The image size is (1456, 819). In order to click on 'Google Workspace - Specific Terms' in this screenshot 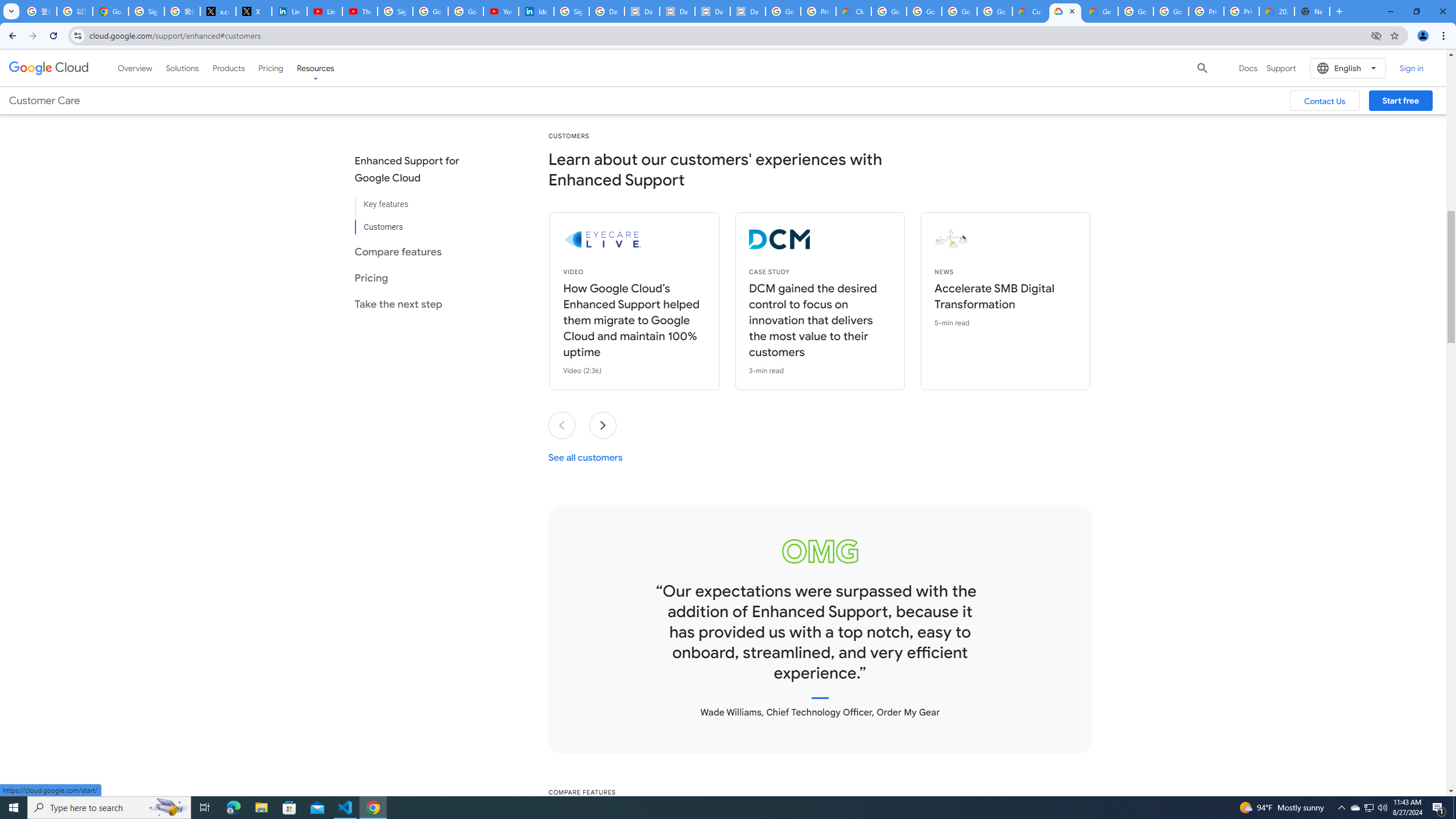, I will do `click(994, 11)`.